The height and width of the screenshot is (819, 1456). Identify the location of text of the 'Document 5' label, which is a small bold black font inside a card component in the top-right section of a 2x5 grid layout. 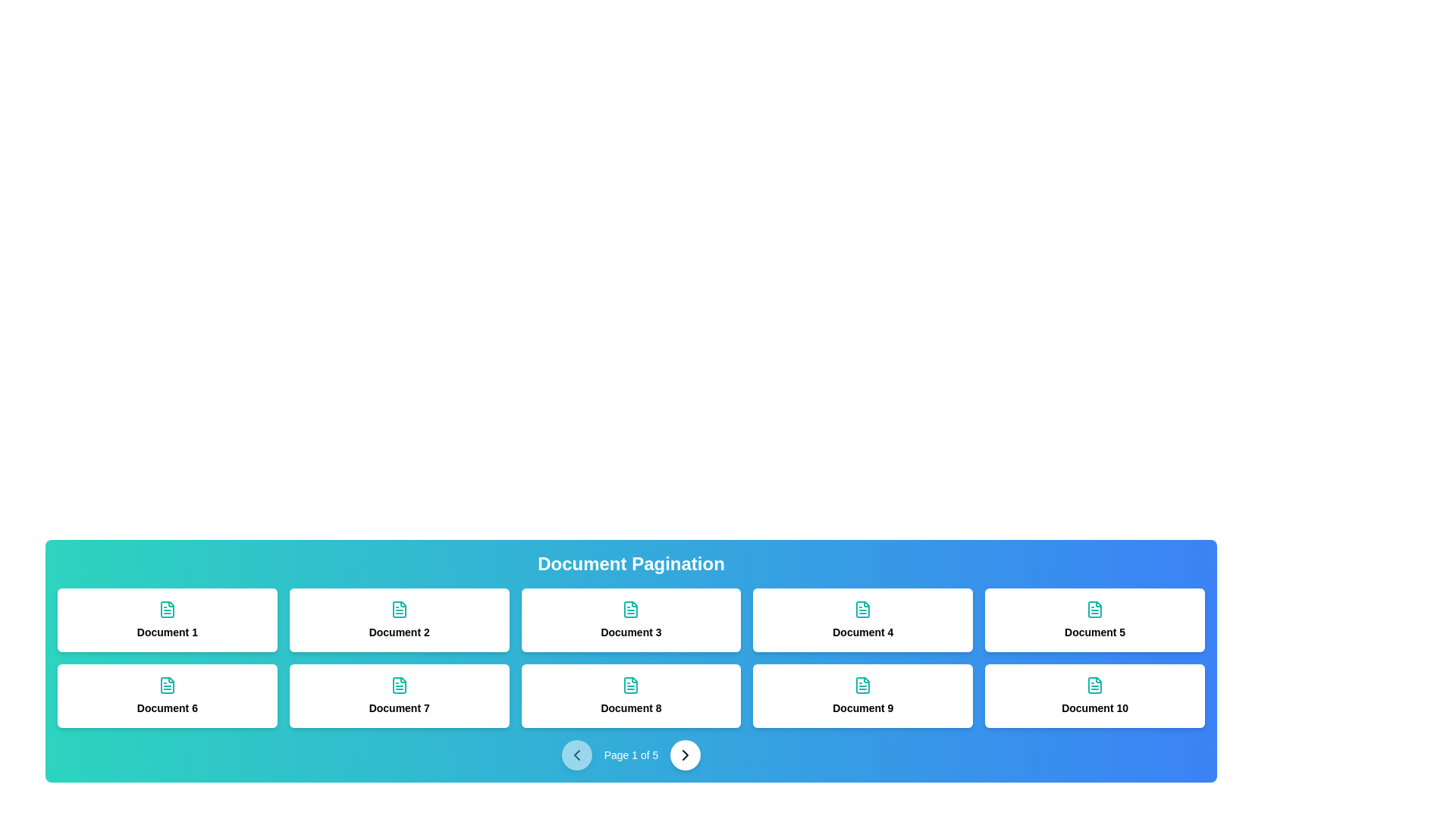
(1095, 632).